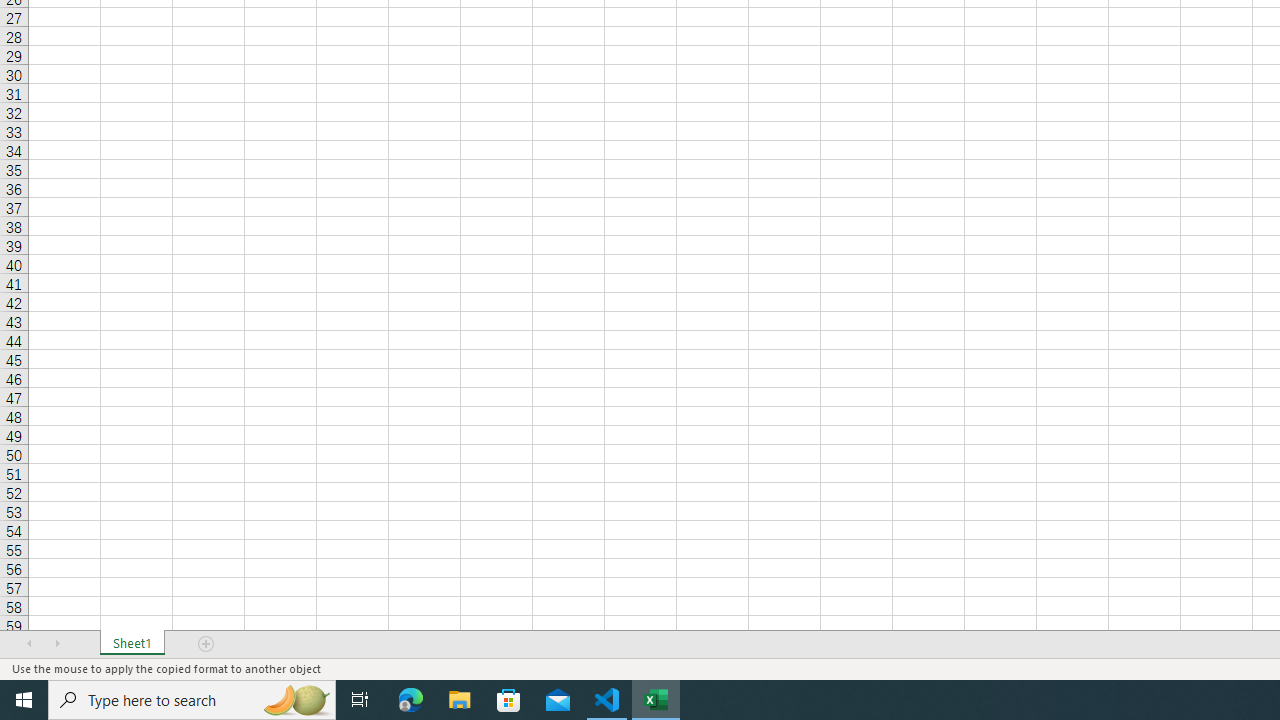 This screenshot has width=1280, height=720. Describe the element at coordinates (29, 644) in the screenshot. I see `'Scroll Left'` at that location.